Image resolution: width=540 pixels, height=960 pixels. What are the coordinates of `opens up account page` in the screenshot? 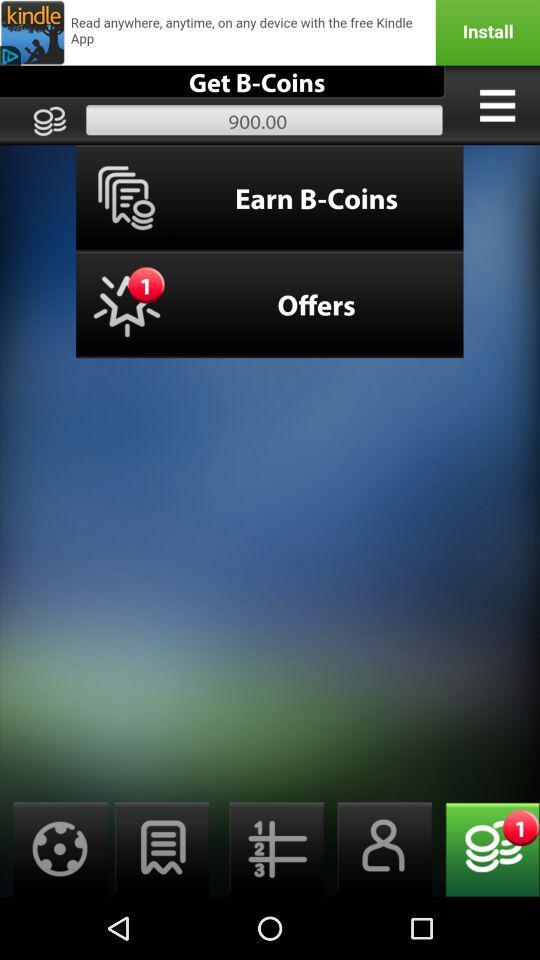 It's located at (378, 848).